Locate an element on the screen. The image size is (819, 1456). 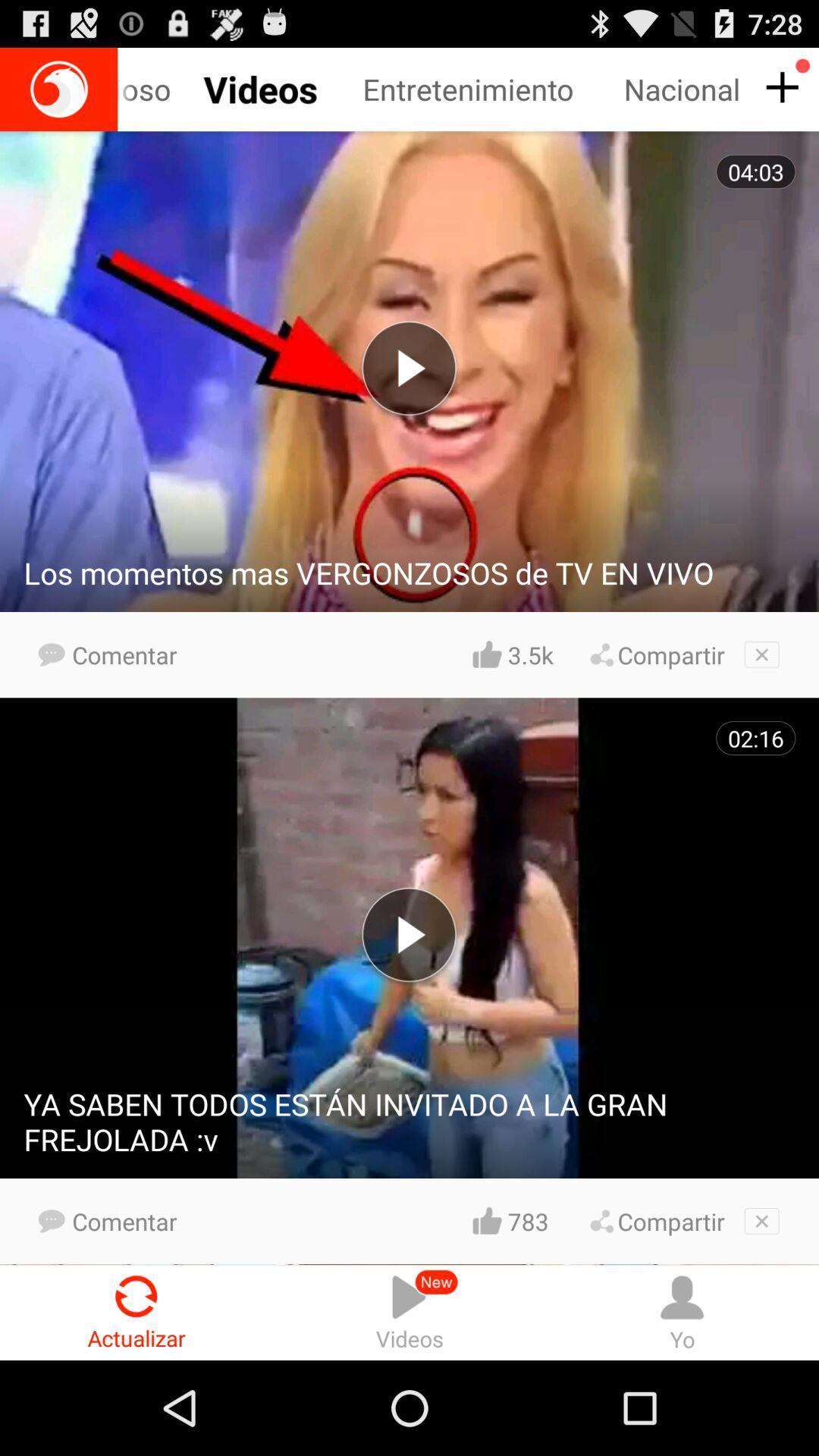
open menu is located at coordinates (780, 87).